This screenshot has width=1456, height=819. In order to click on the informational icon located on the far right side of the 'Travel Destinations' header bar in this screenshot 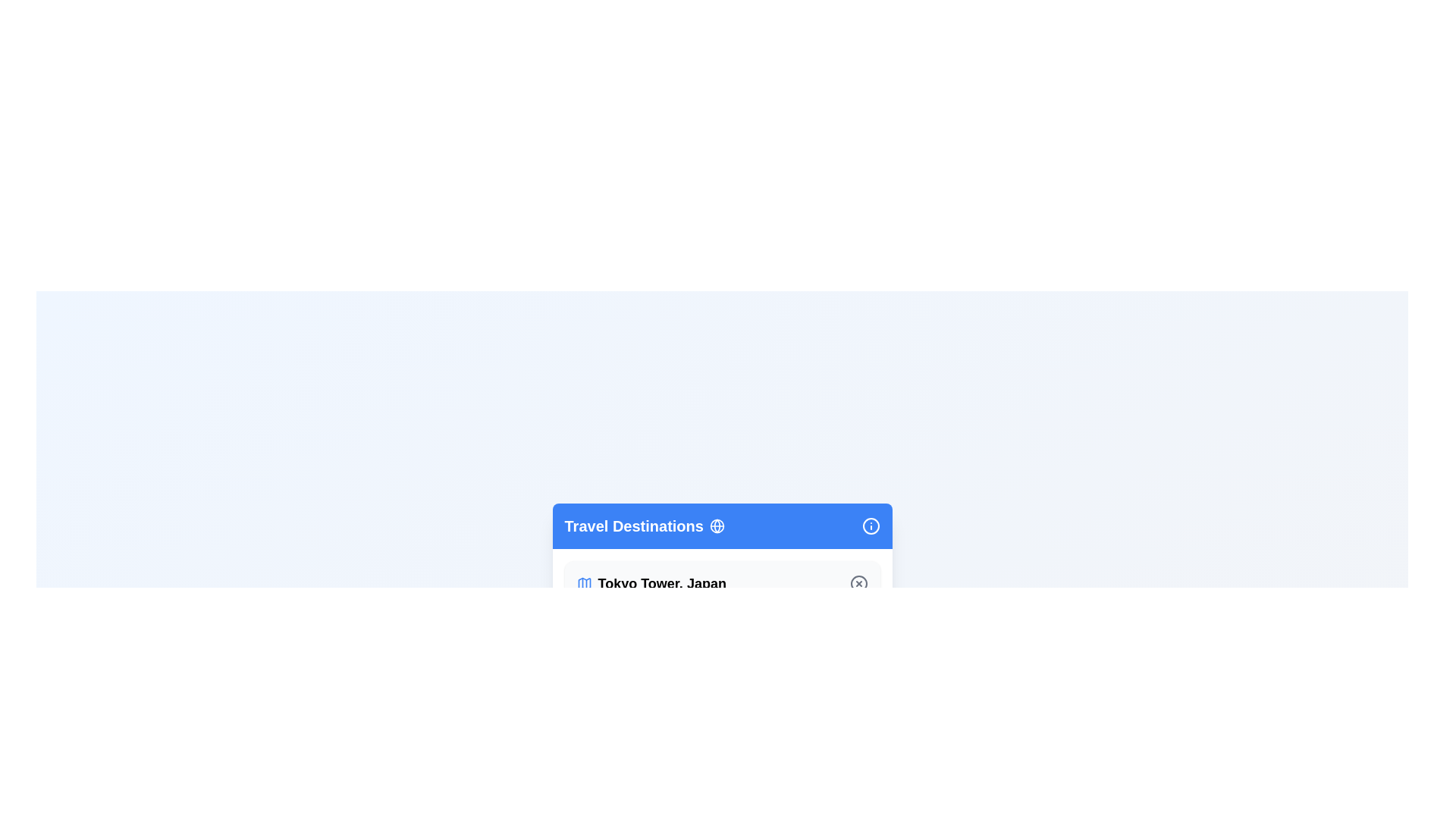, I will do `click(871, 526)`.